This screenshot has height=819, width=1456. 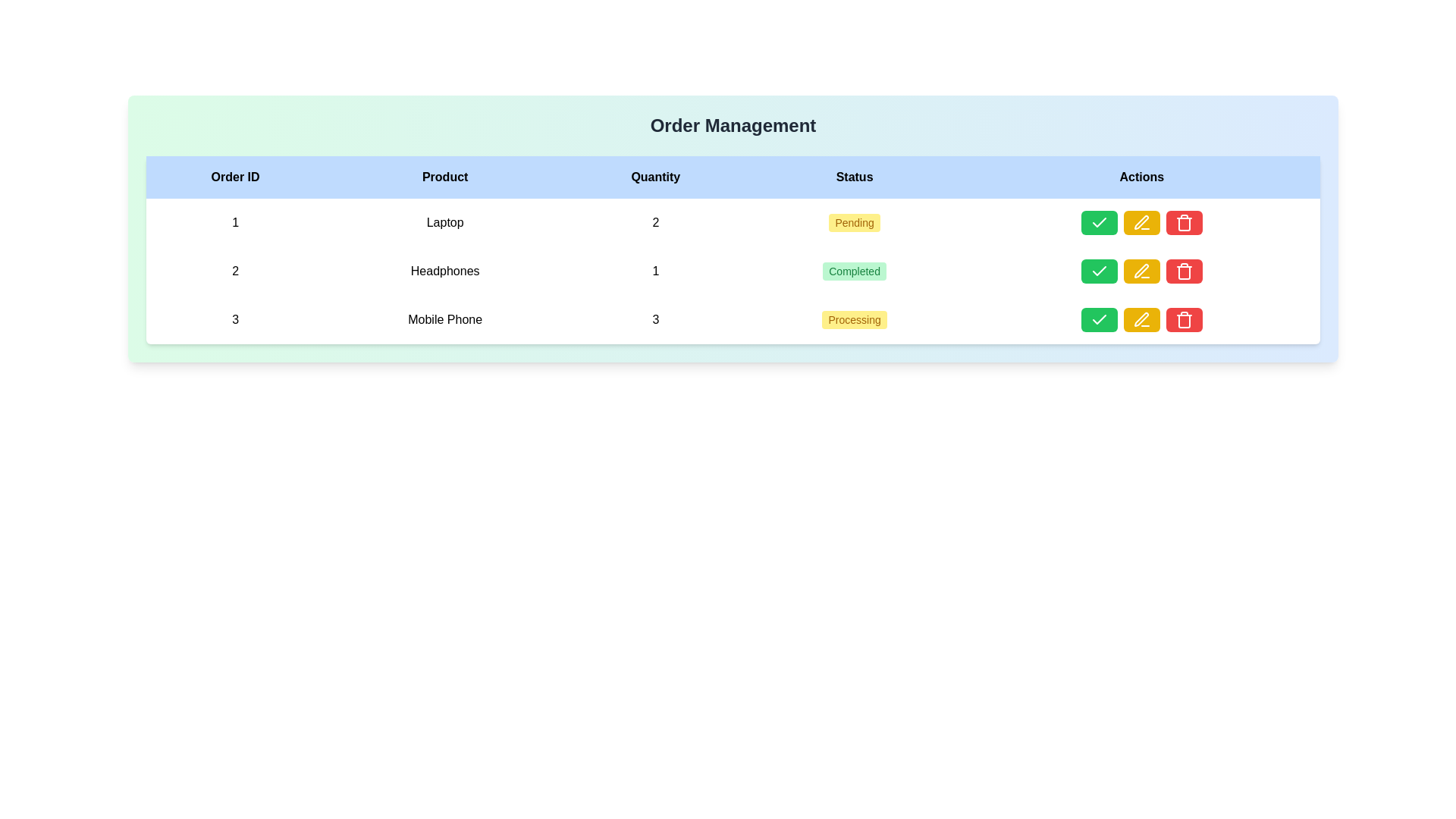 I want to click on the static text label displaying the quantity of the product 'Laptop', located in the third cell of the 'Quantity' column in the table, so click(x=655, y=222).